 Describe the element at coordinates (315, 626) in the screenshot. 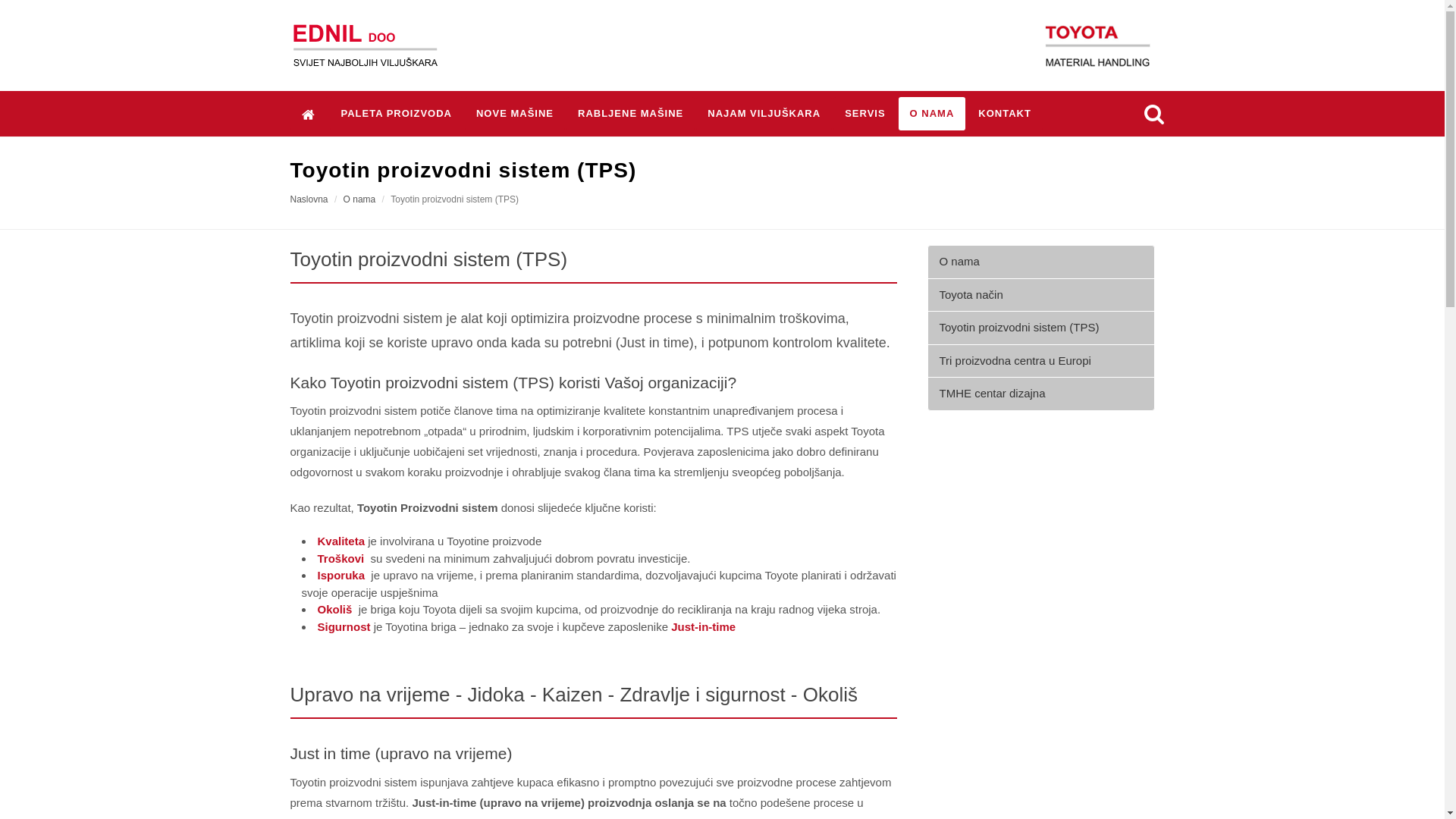

I see `'Sigurnost'` at that location.